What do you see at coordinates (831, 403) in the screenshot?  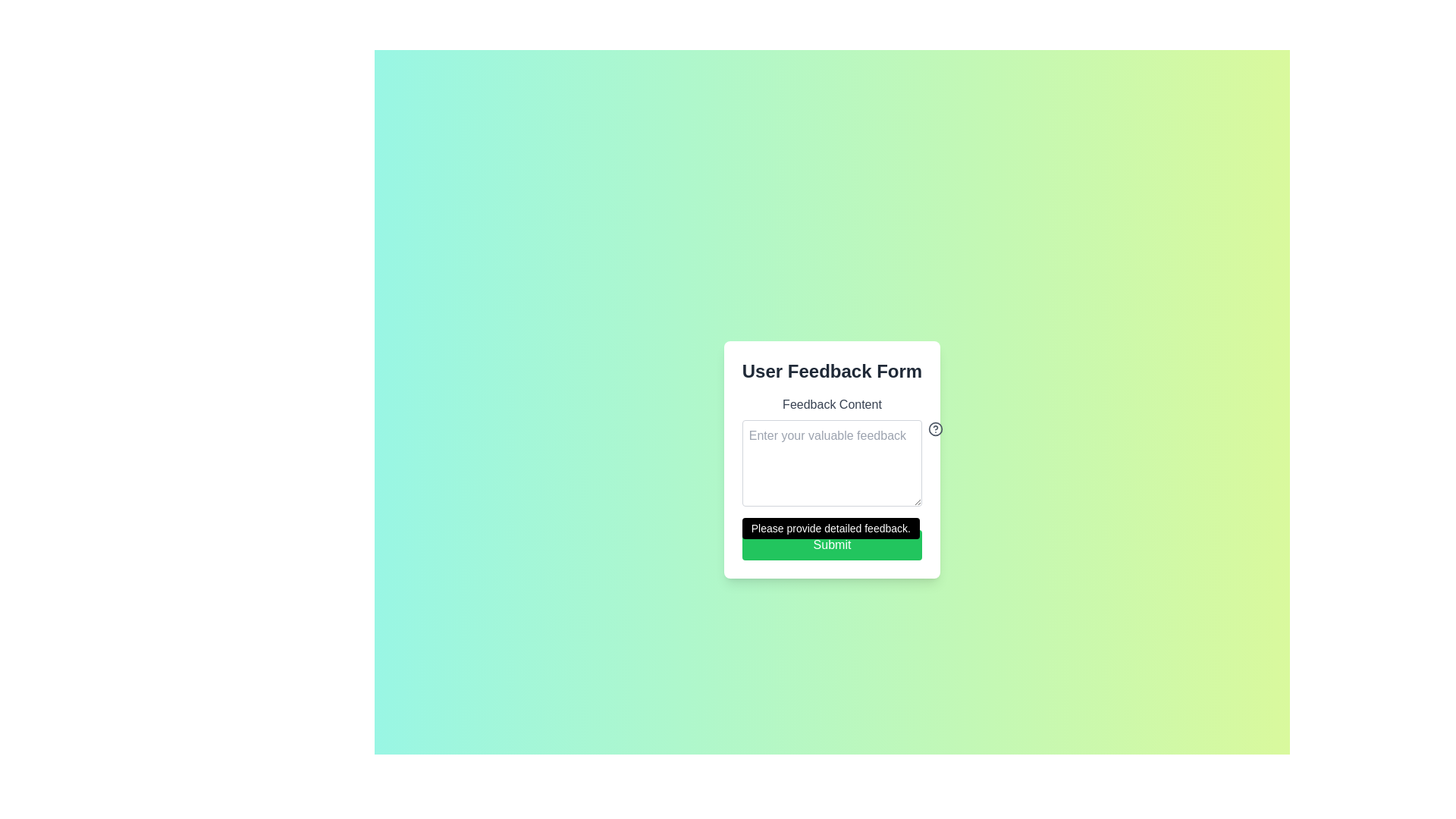 I see `the text label that contains the content 'Feedback Content', which is styled in medium gray and positioned above the feedback text area` at bounding box center [831, 403].